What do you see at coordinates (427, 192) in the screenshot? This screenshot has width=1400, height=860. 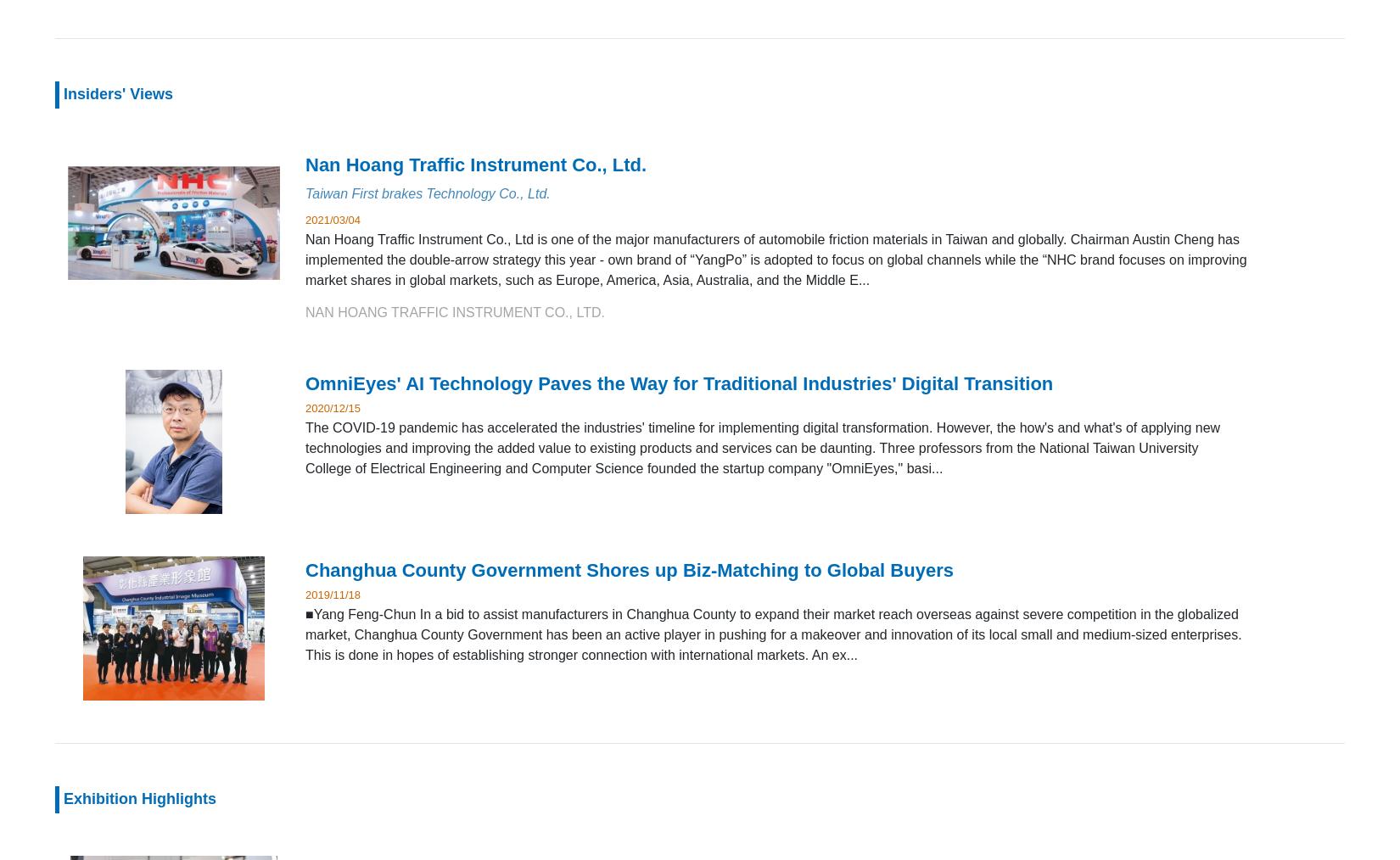 I see `'Taiwan First brakes Technology Co., Ltd.'` at bounding box center [427, 192].